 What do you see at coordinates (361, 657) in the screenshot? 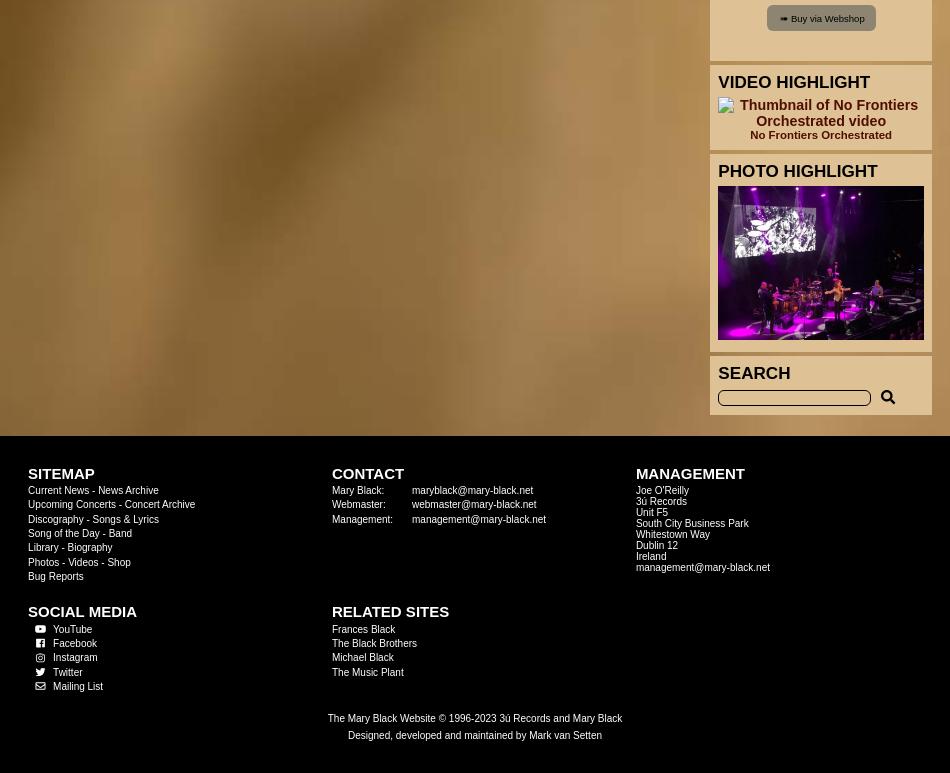
I see `'Michael Black'` at bounding box center [361, 657].